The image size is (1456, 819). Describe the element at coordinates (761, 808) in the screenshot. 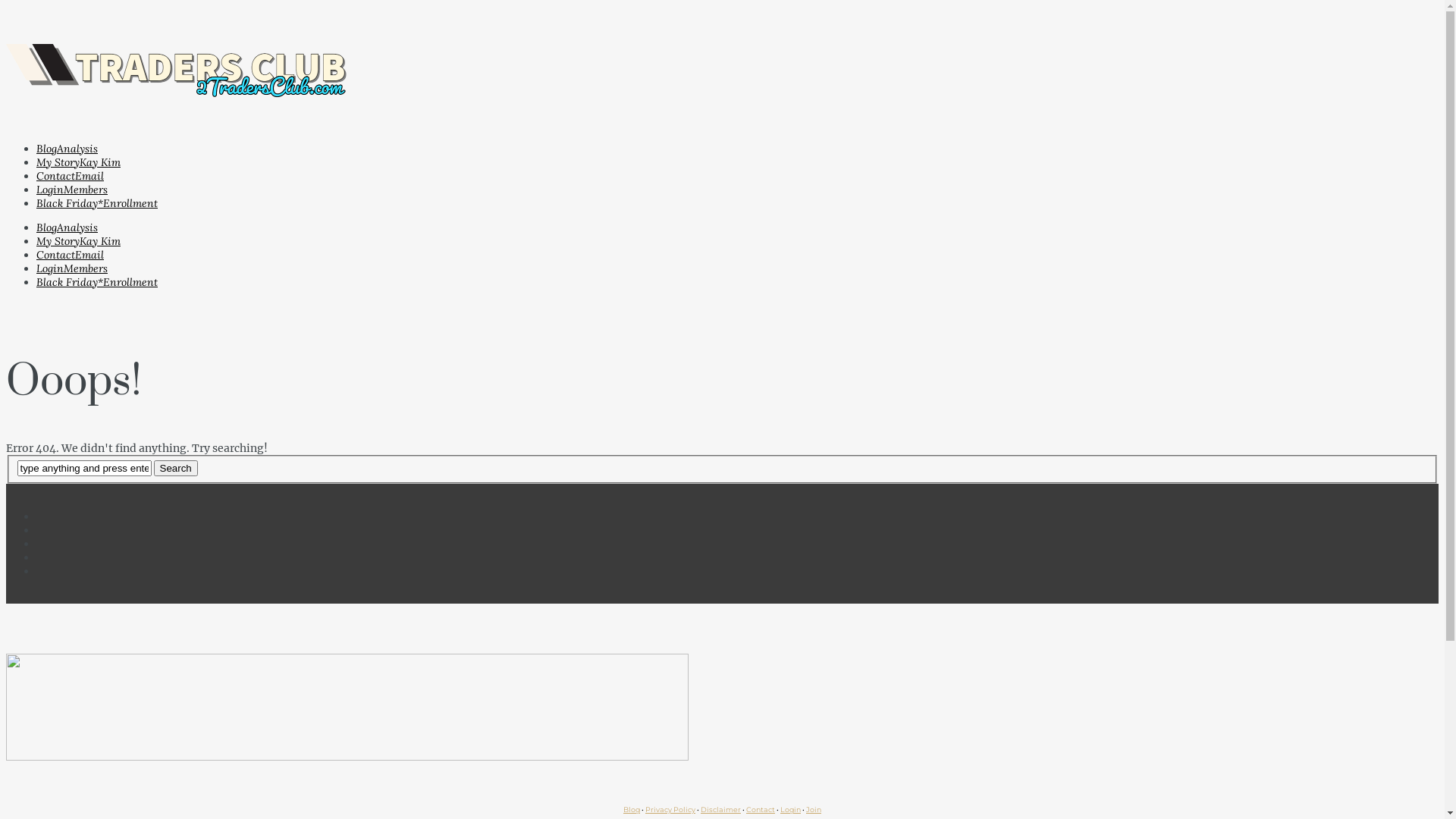

I see `'Contact'` at that location.